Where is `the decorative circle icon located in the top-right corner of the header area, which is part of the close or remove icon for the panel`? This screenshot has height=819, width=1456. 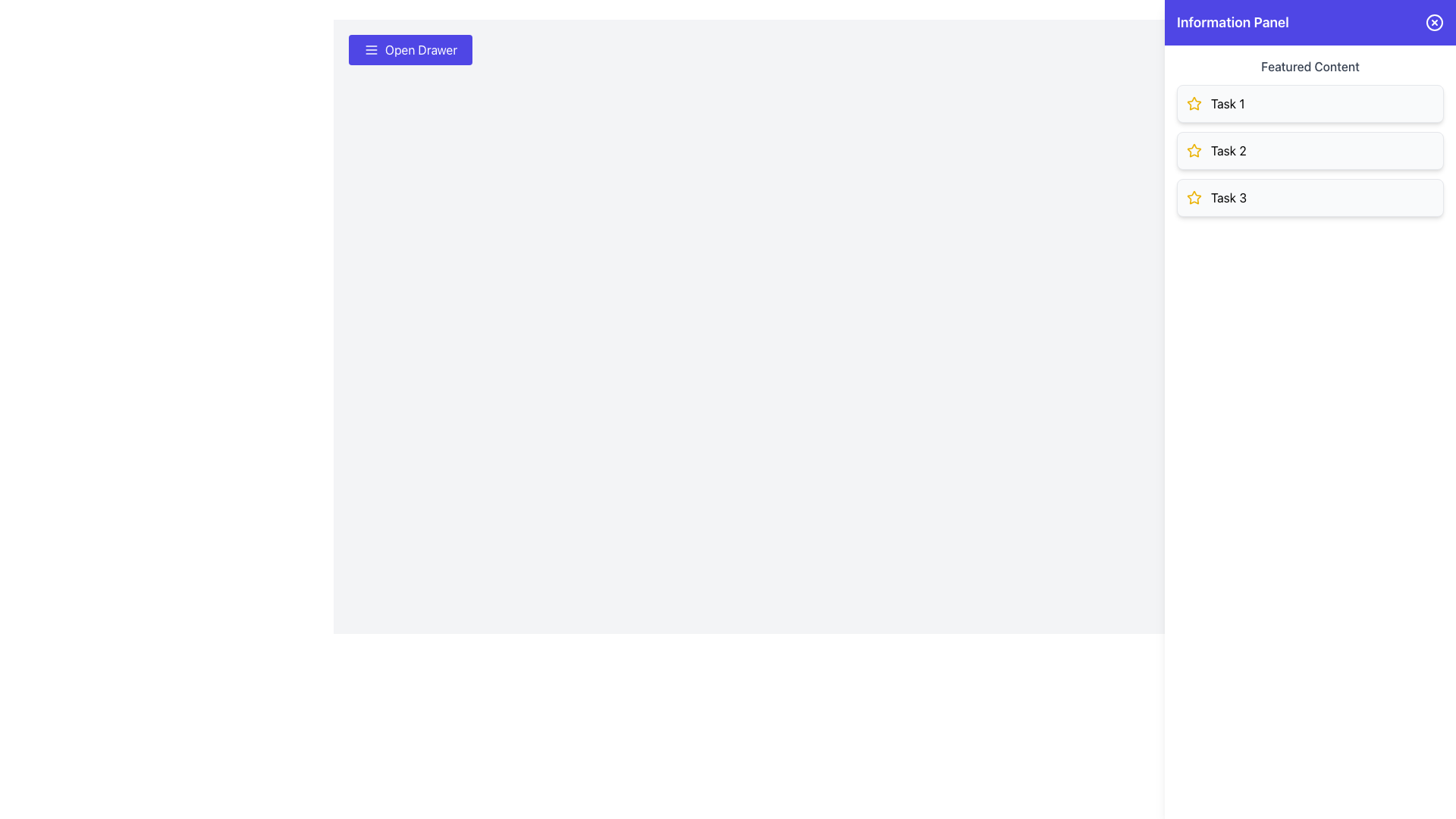 the decorative circle icon located in the top-right corner of the header area, which is part of the close or remove icon for the panel is located at coordinates (1433, 23).